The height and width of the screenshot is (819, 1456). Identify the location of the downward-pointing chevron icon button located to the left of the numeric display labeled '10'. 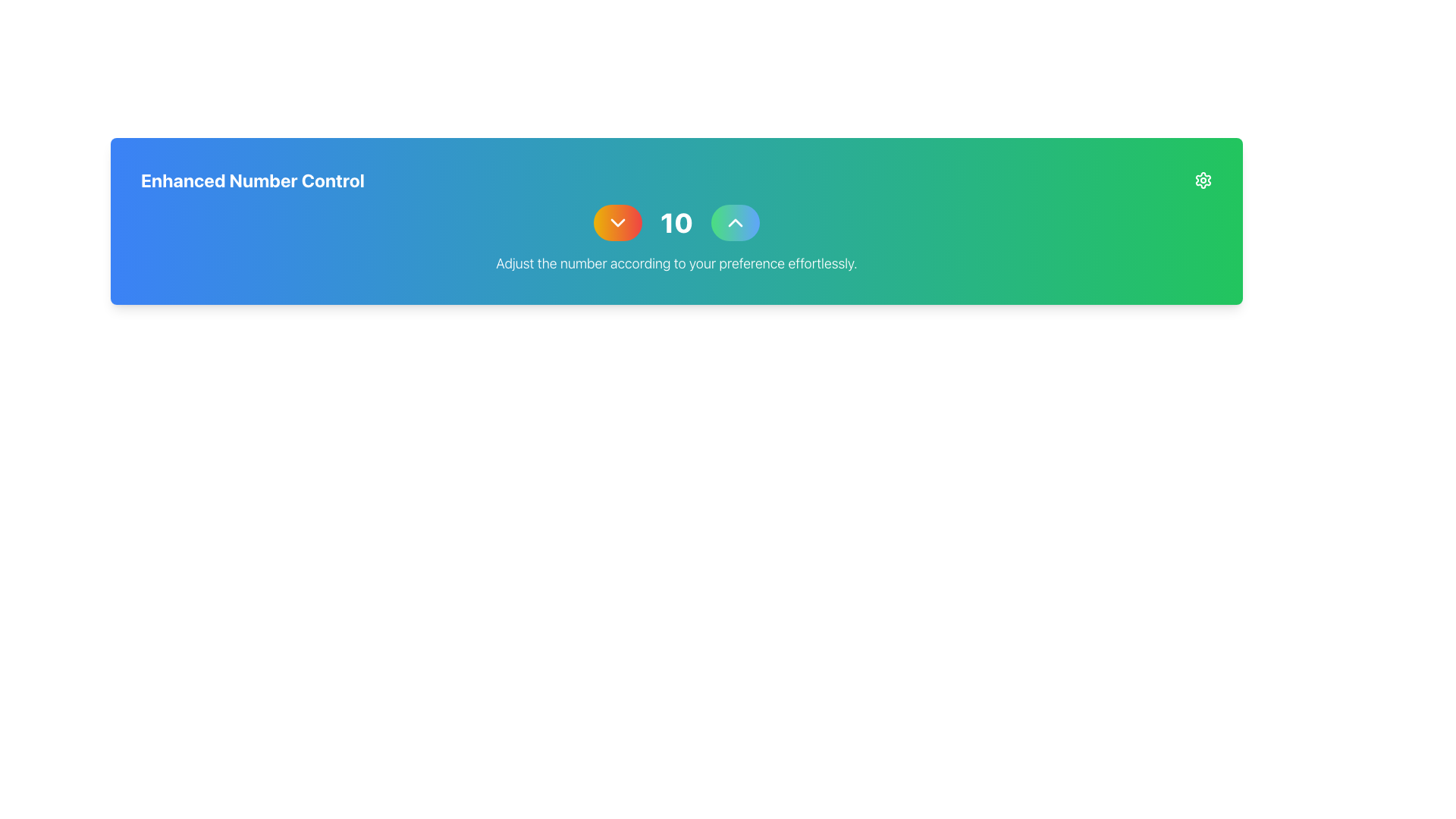
(618, 222).